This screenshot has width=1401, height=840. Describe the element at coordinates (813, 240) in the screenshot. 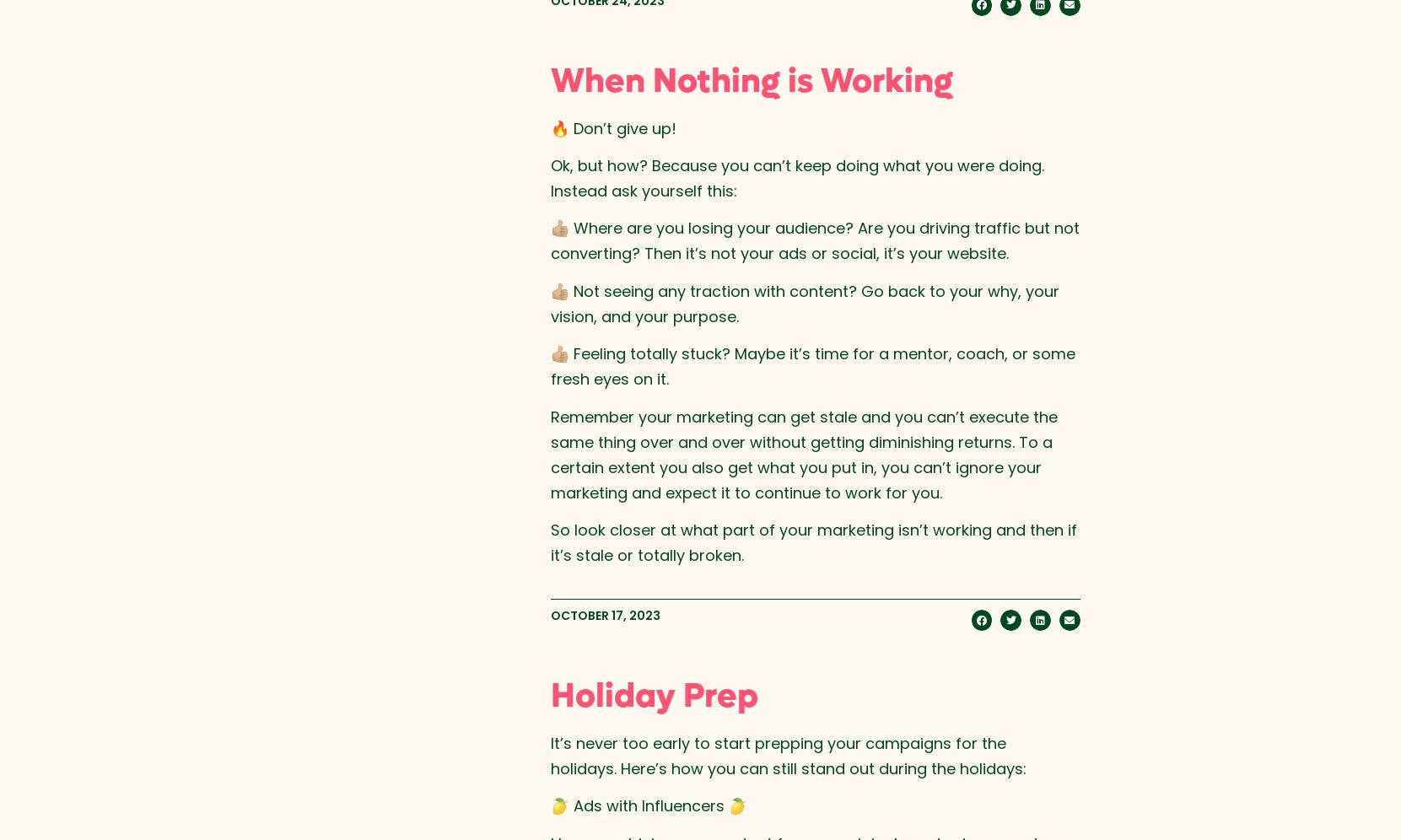

I see `'👍🏼 Where are you losing your audience? Are you driving traffic but not converting? Then it’s not your ads or social, it’s your website.'` at that location.